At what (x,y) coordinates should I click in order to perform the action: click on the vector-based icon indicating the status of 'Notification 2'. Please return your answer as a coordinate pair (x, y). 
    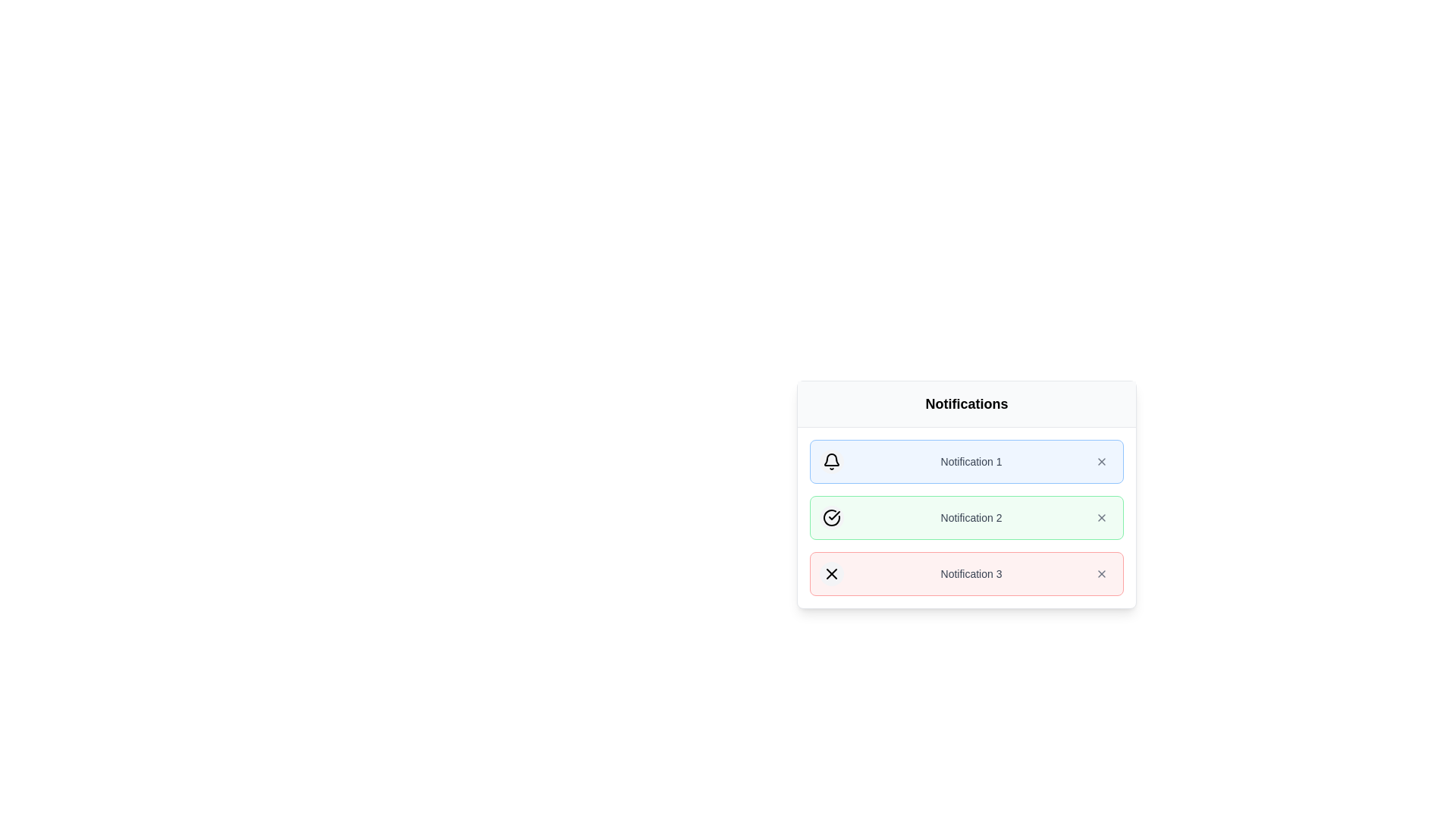
    Looking at the image, I should click on (831, 516).